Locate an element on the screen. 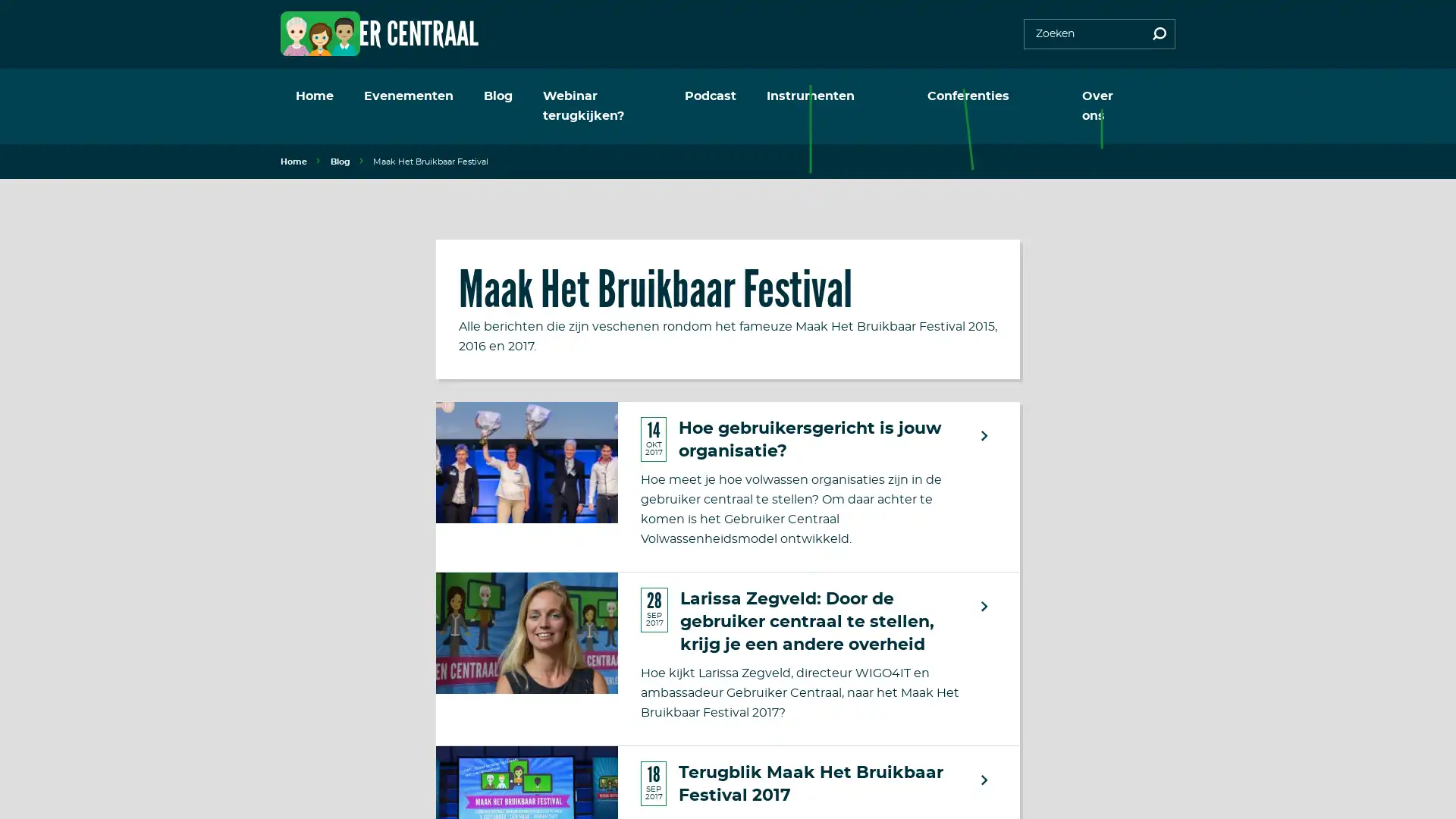 The width and height of the screenshot is (1456, 819). Zoek is located at coordinates (1159, 34).